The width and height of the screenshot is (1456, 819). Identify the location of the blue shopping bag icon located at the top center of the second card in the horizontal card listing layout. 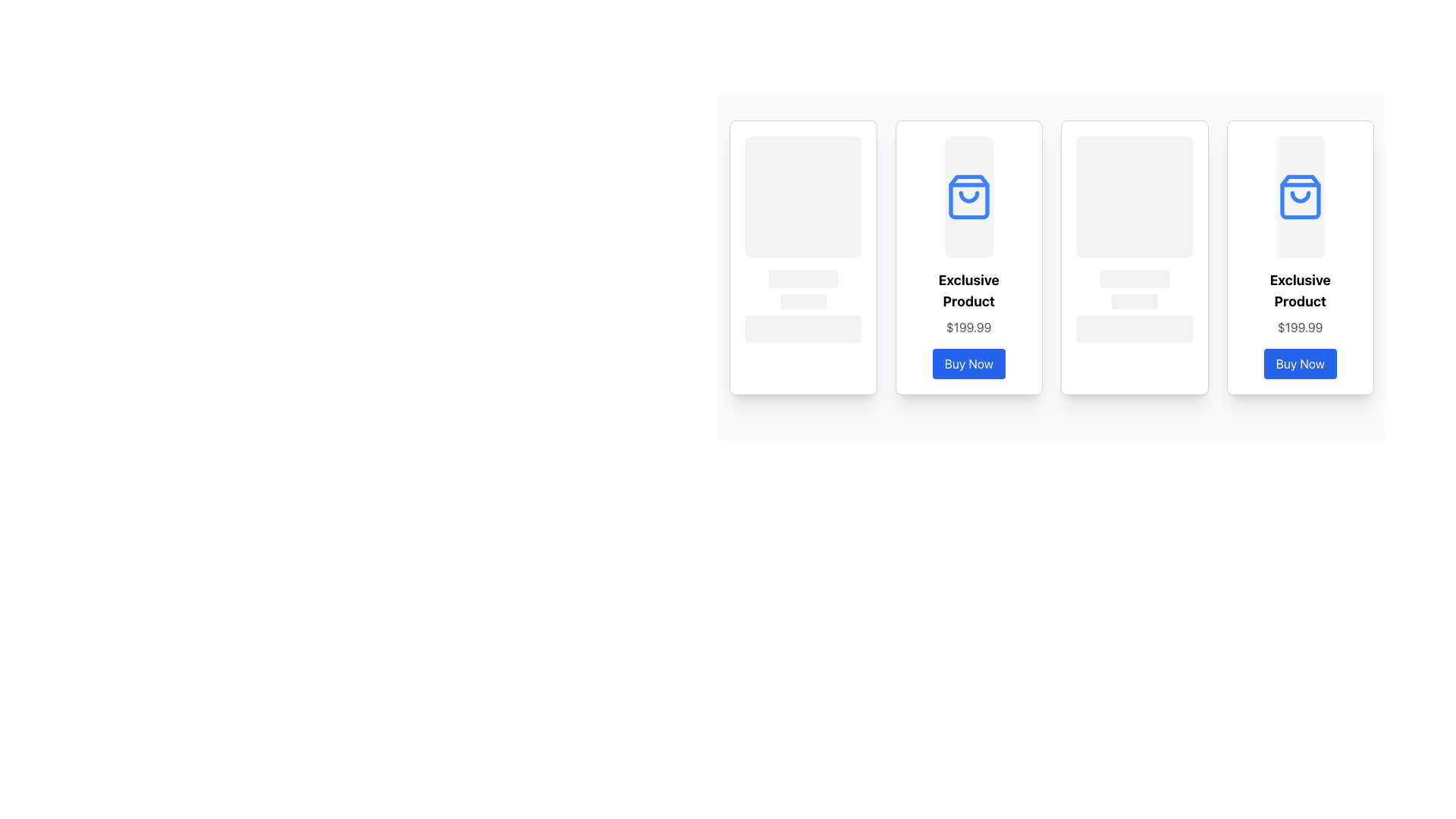
(968, 196).